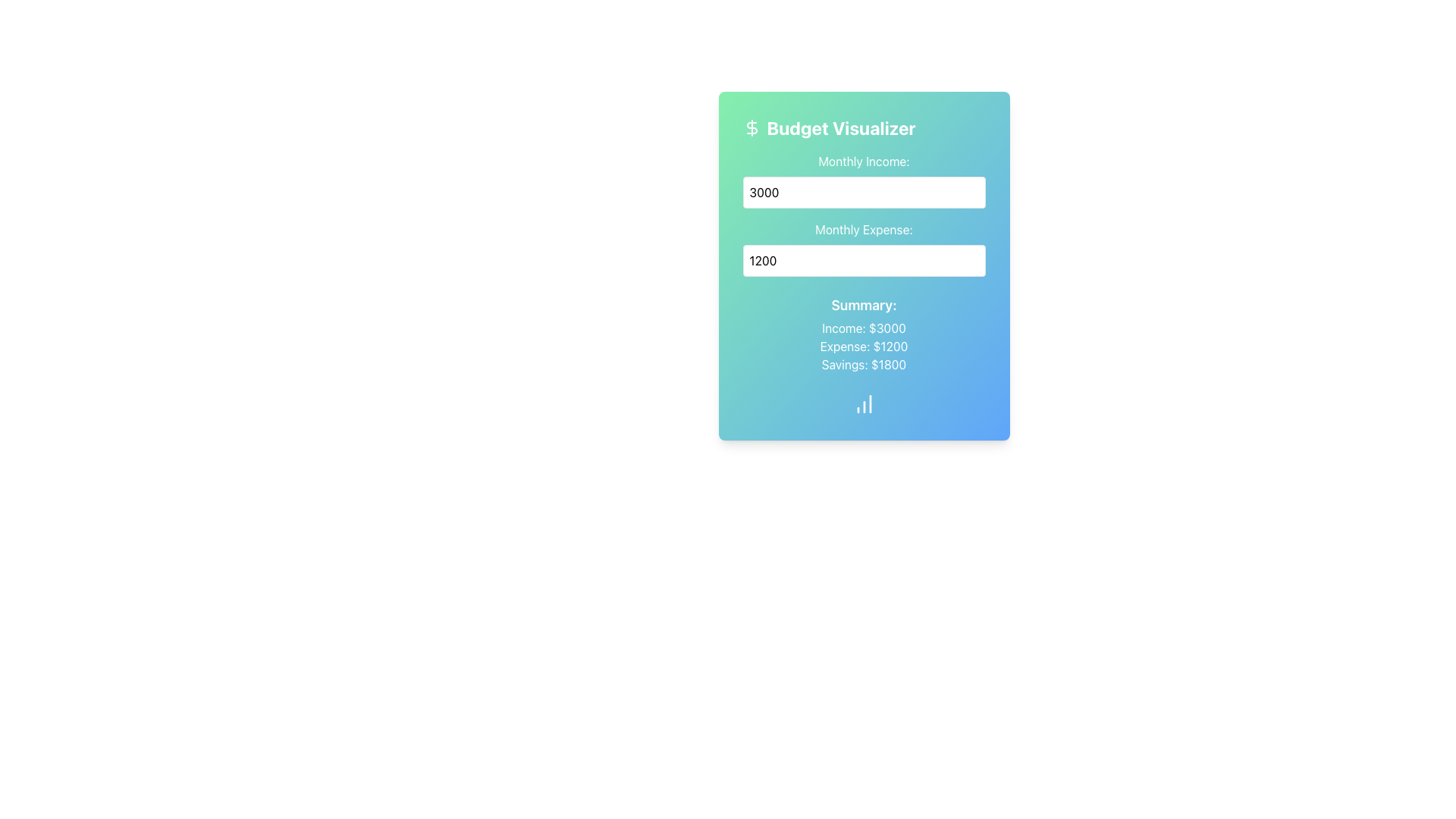 This screenshot has height=819, width=1456. I want to click on the compact bar chart icon located at the bottom of the 'Budget Visualizer' card, which features three white vertical bars against a gradient green to blue background, so click(864, 403).